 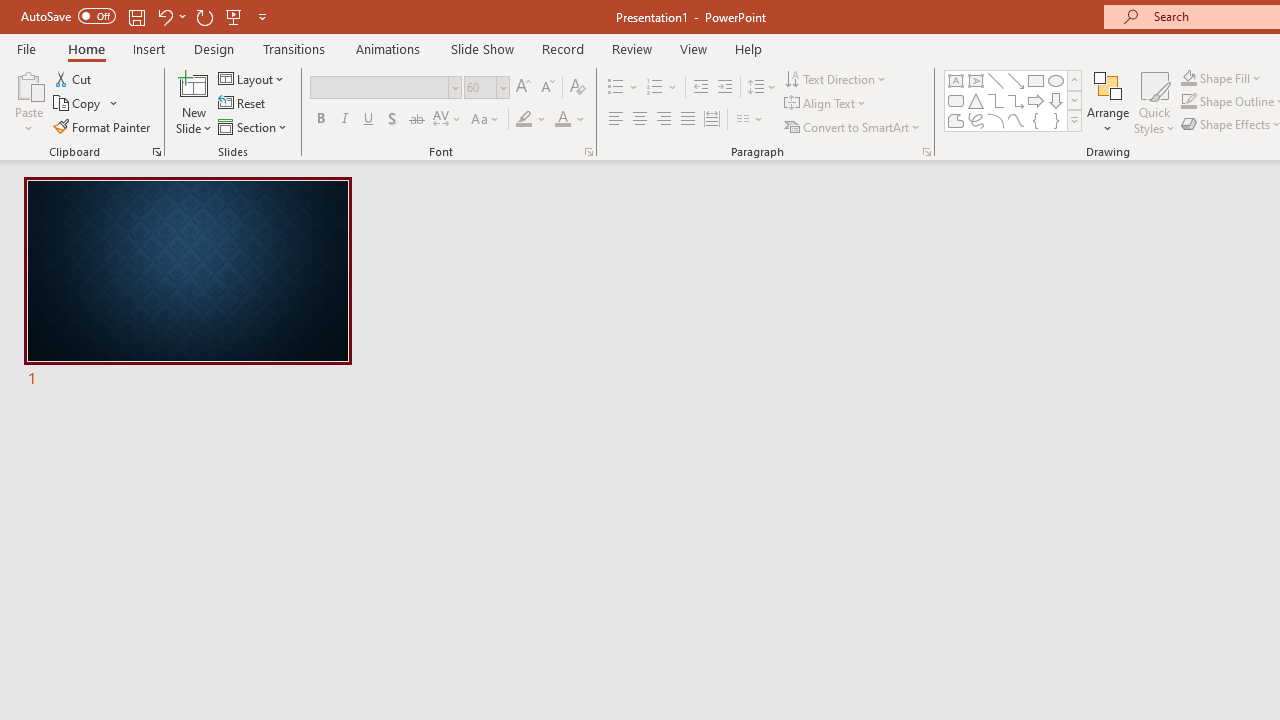 I want to click on 'Font...', so click(x=587, y=150).